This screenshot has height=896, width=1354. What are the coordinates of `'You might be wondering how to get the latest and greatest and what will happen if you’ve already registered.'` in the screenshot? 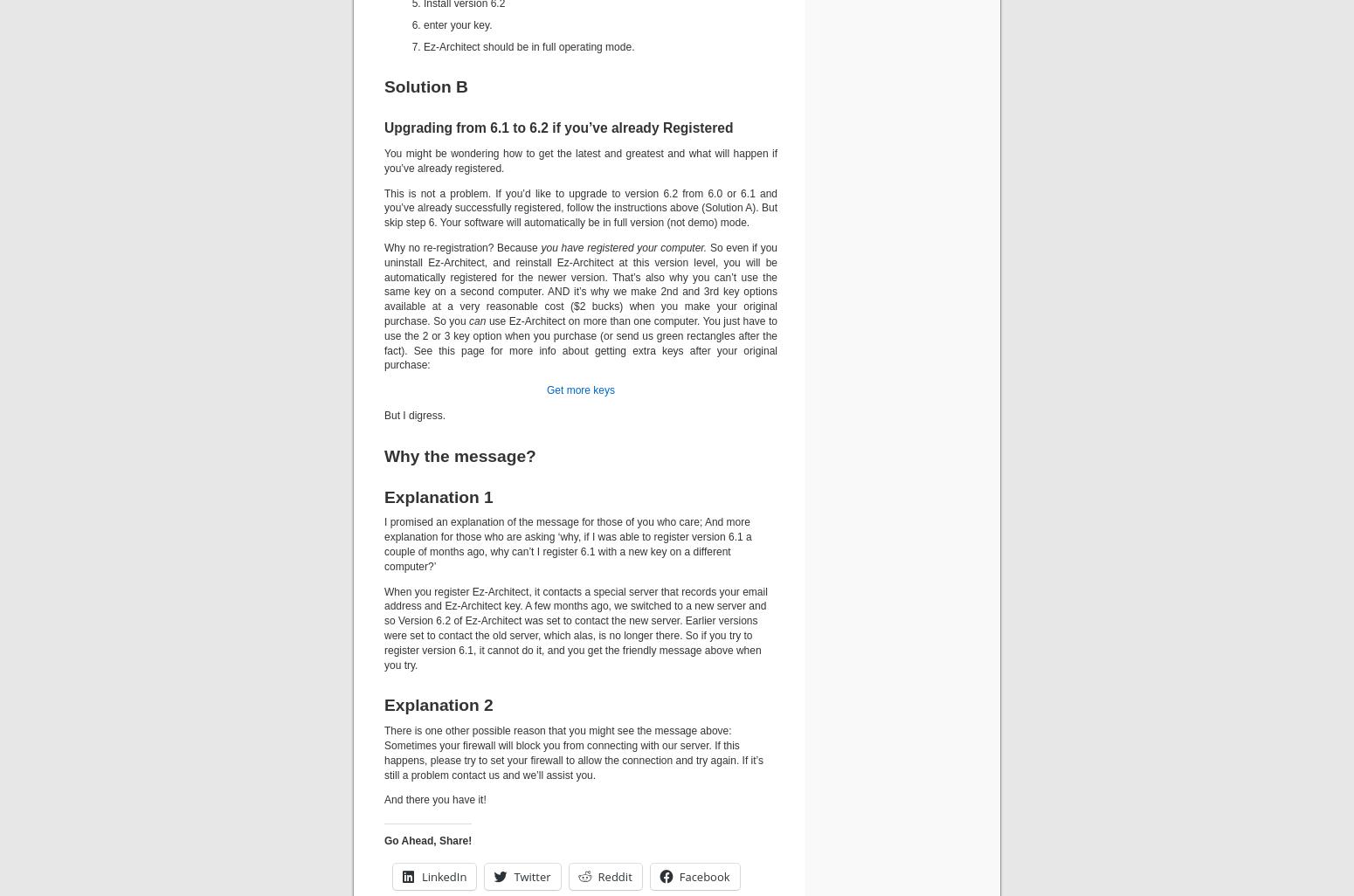 It's located at (579, 159).